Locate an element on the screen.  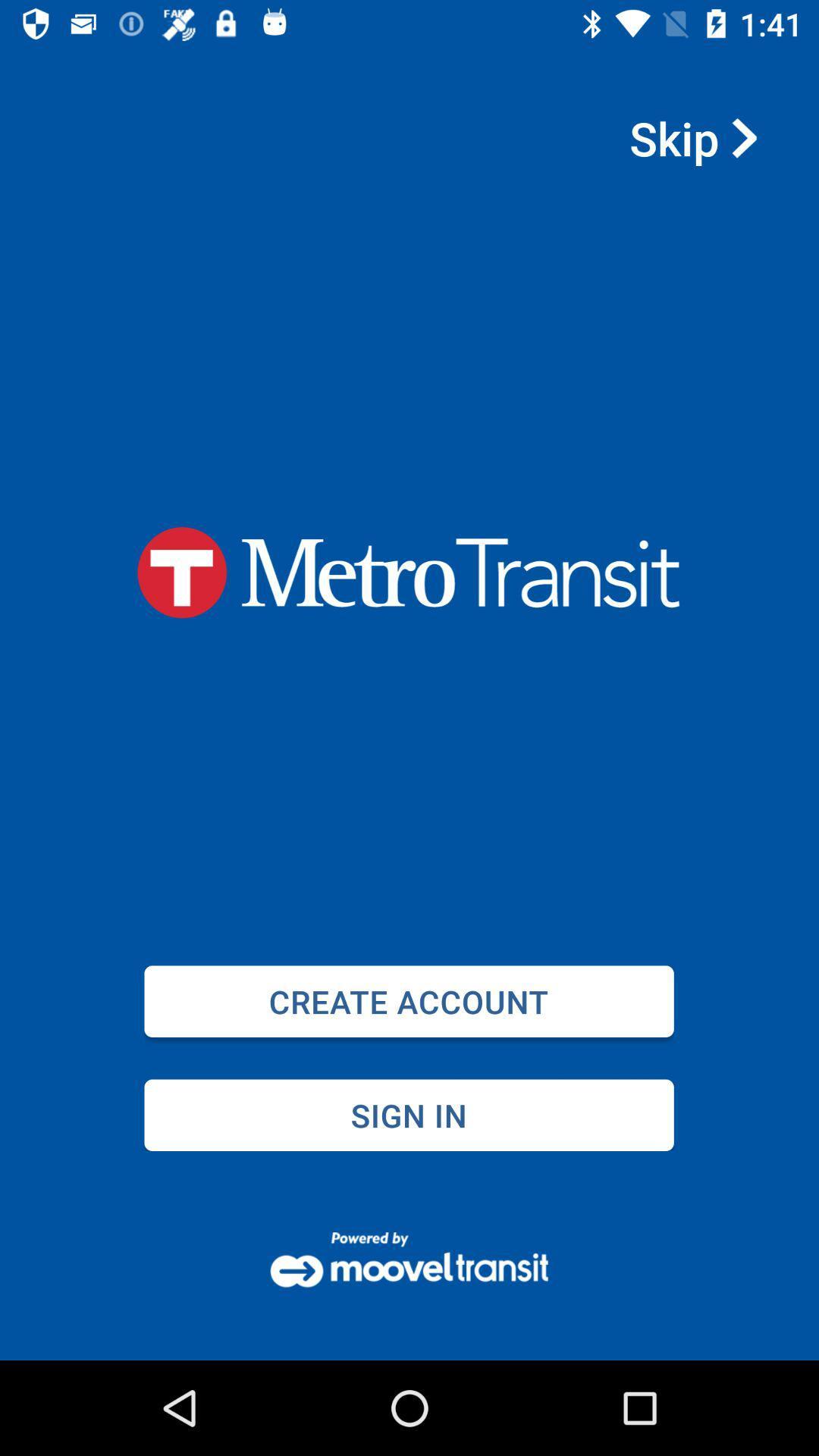
item below the create account item is located at coordinates (408, 1115).